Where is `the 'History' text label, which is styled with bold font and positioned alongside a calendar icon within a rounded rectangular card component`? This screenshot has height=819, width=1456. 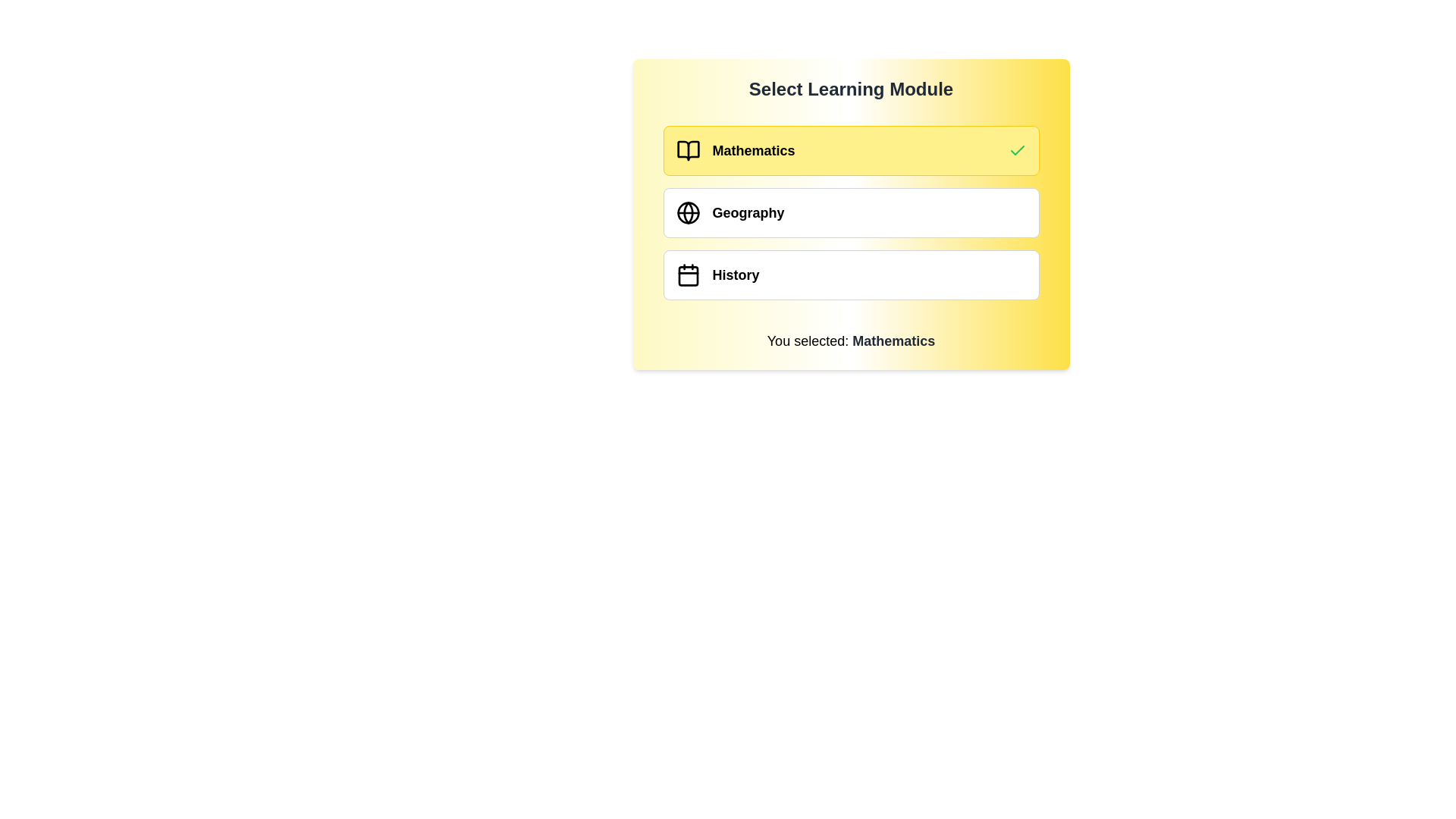 the 'History' text label, which is styled with bold font and positioned alongside a calendar icon within a rounded rectangular card component is located at coordinates (736, 275).